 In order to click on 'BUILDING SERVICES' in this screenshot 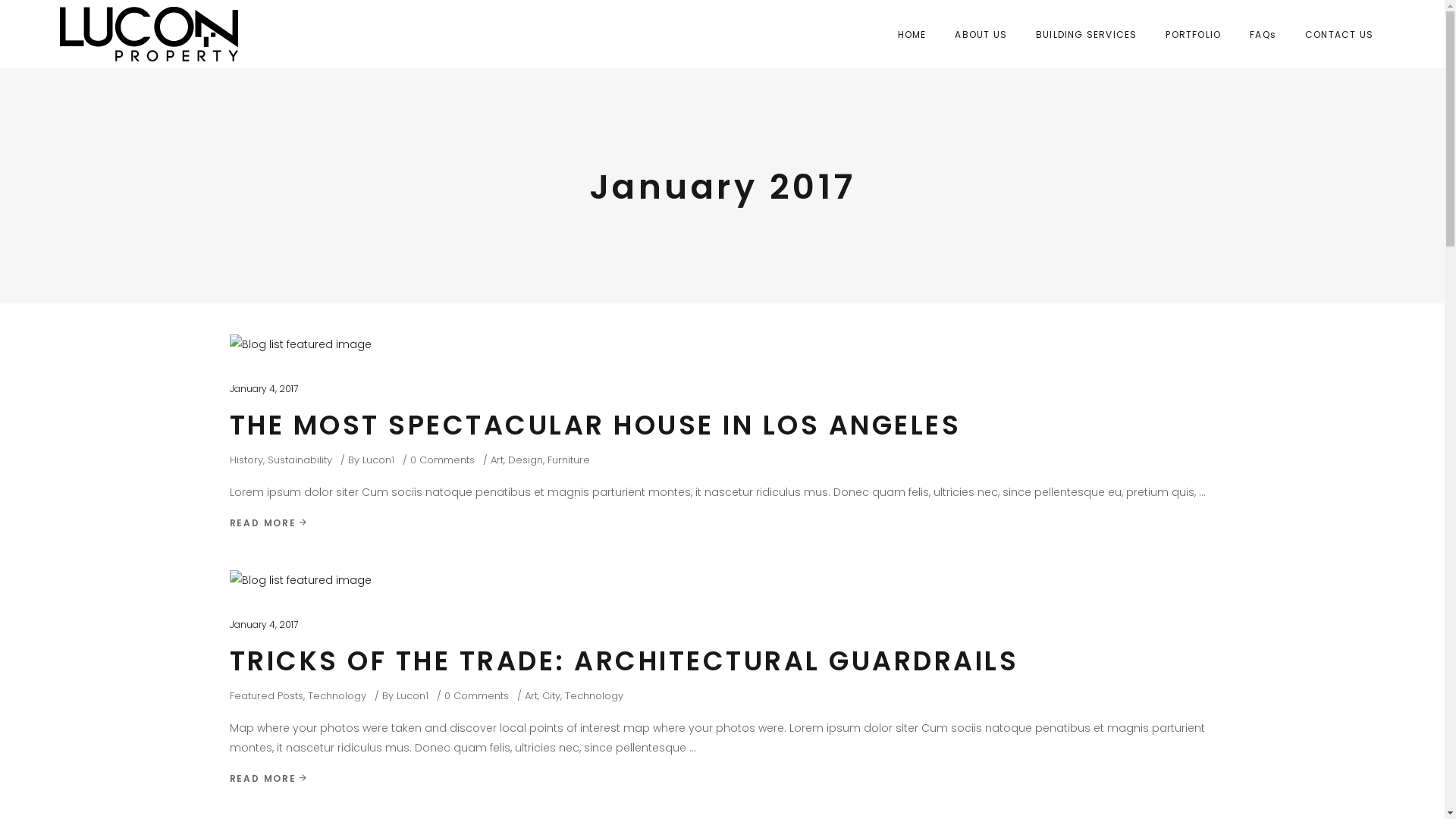, I will do `click(1021, 34)`.